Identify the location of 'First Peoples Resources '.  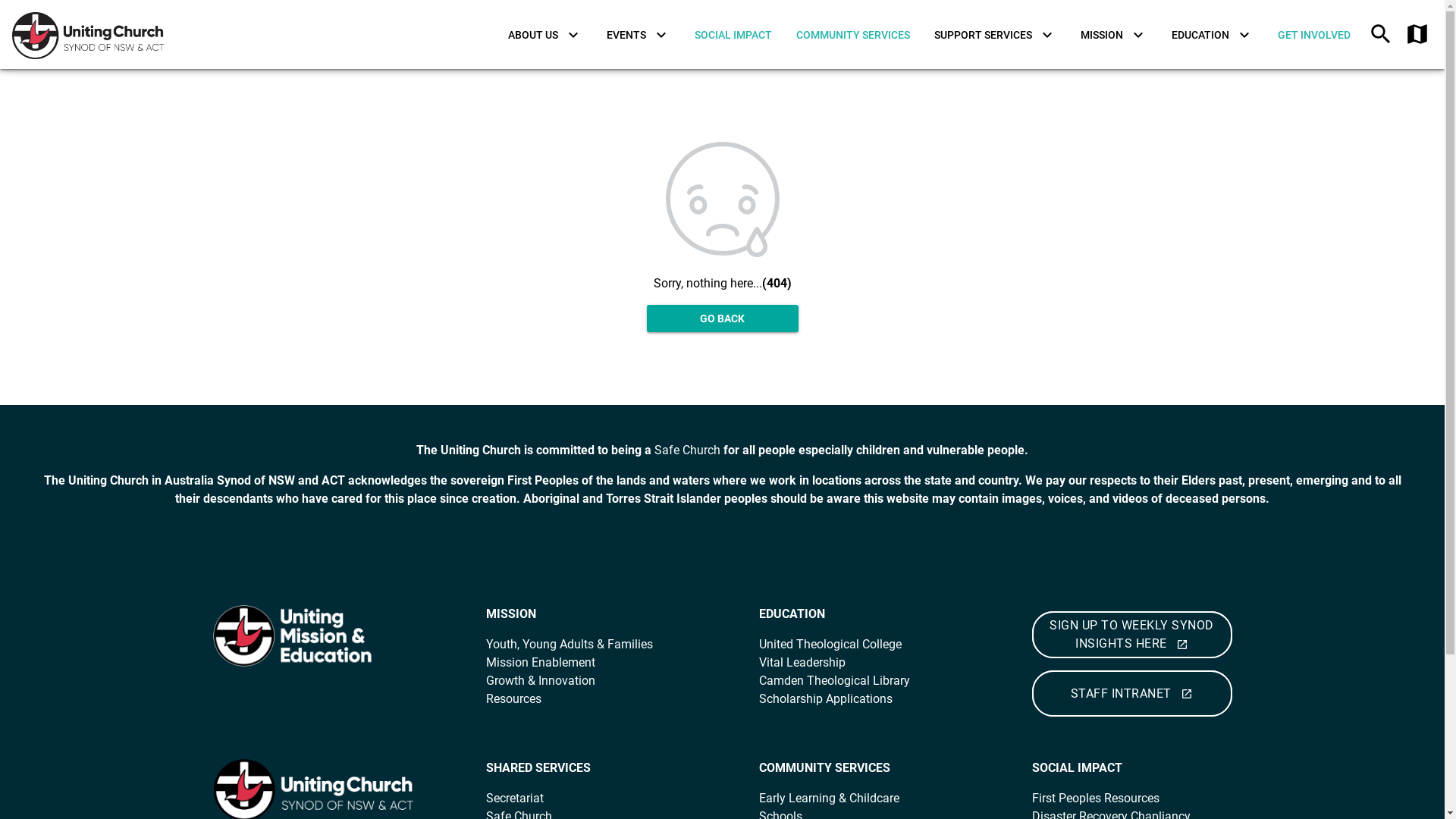
(1031, 797).